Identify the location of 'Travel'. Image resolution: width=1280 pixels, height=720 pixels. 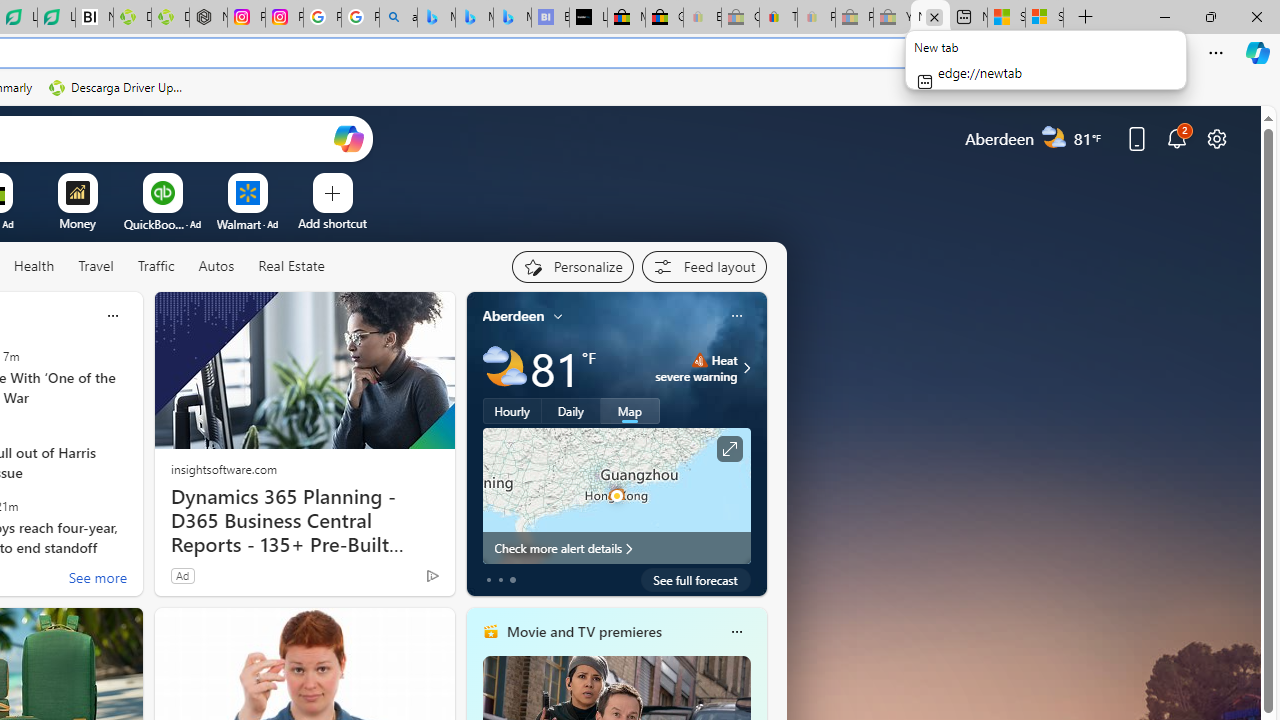
(95, 266).